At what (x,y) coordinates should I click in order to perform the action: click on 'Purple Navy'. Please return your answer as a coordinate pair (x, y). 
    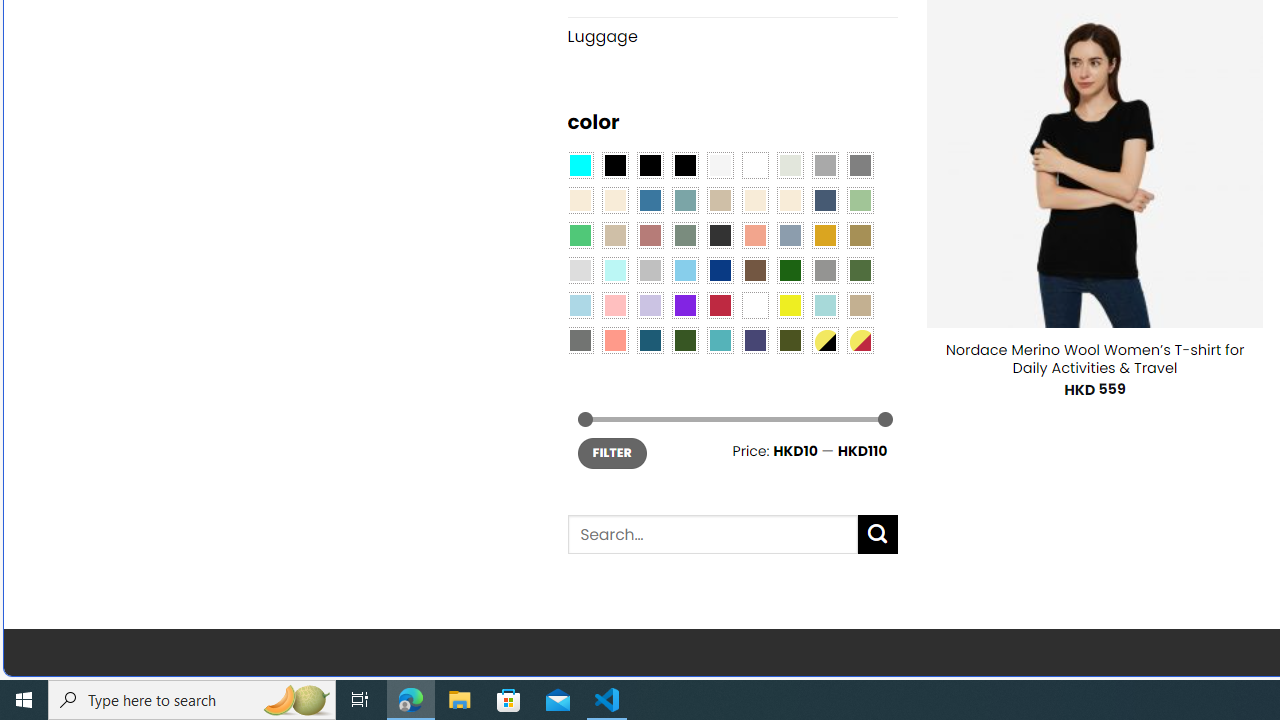
    Looking at the image, I should click on (754, 338).